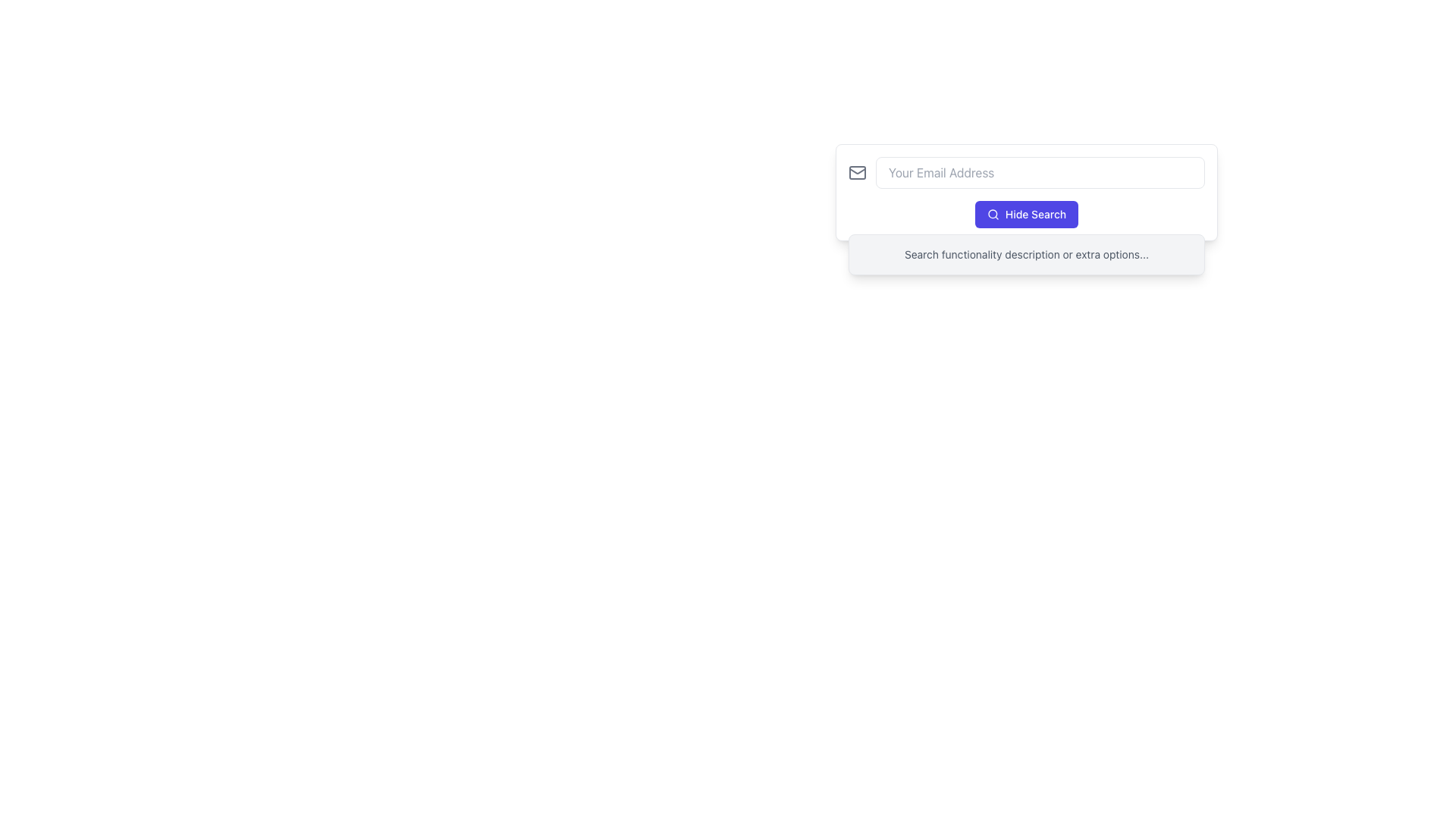  What do you see at coordinates (1026, 171) in the screenshot?
I see `the email input field labeled 'Your Email Address'` at bounding box center [1026, 171].